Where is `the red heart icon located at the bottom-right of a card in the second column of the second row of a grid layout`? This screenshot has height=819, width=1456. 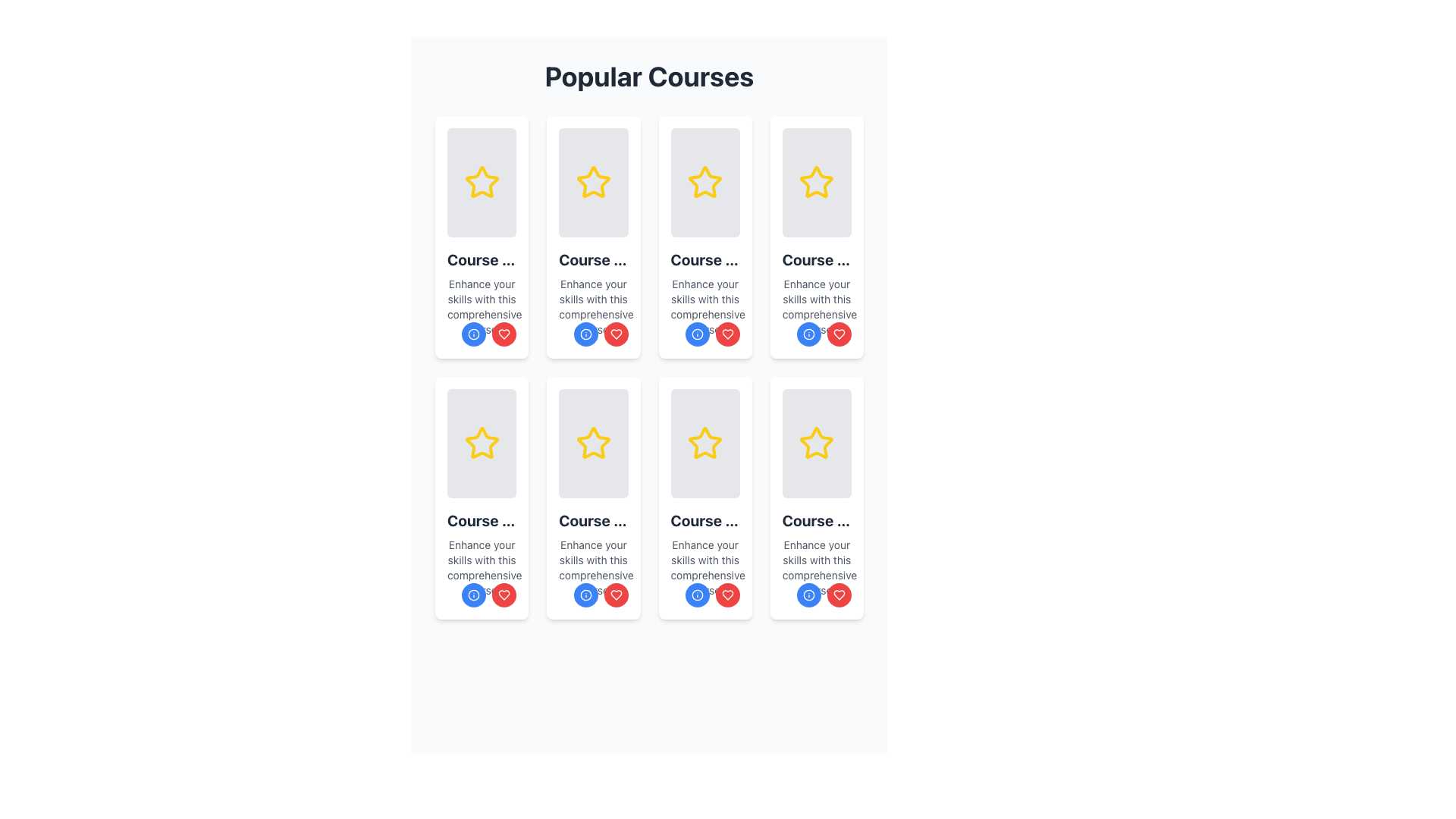 the red heart icon located at the bottom-right of a card in the second column of the second row of a grid layout is located at coordinates (726, 333).